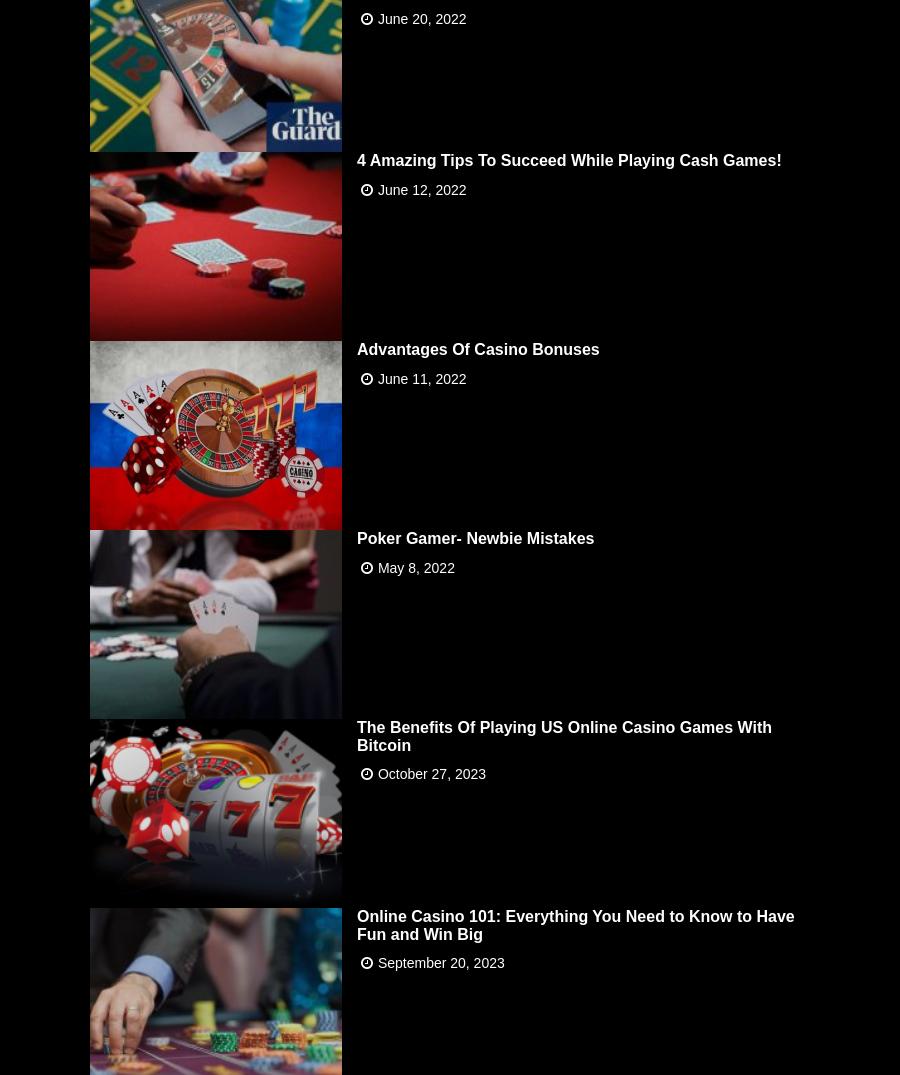  Describe the element at coordinates (568, 159) in the screenshot. I see `'4 Amazing Tips To Succeed While Playing Cash Games!'` at that location.